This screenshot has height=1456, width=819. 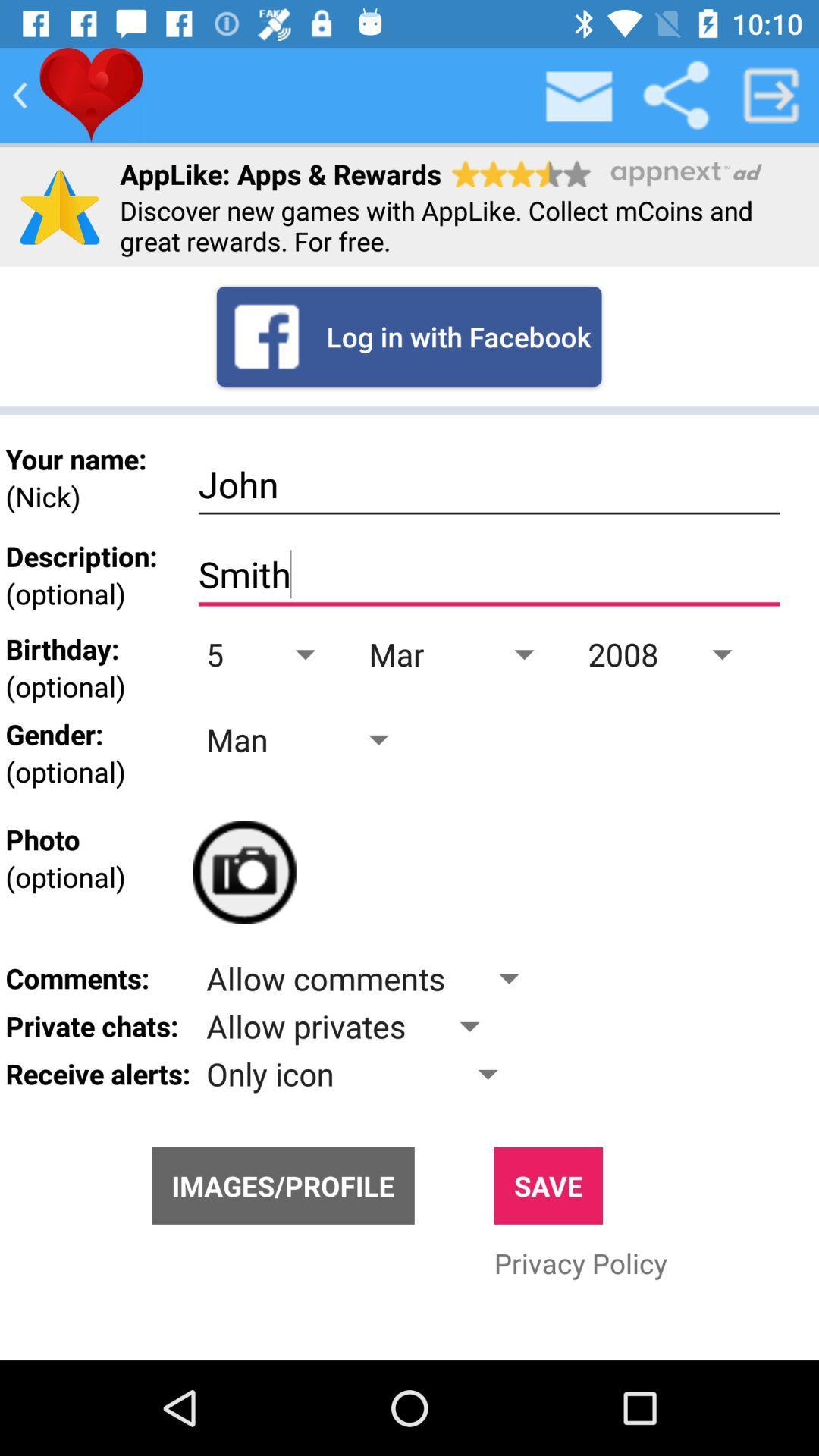 I want to click on the favorite icon, so click(x=91, y=94).